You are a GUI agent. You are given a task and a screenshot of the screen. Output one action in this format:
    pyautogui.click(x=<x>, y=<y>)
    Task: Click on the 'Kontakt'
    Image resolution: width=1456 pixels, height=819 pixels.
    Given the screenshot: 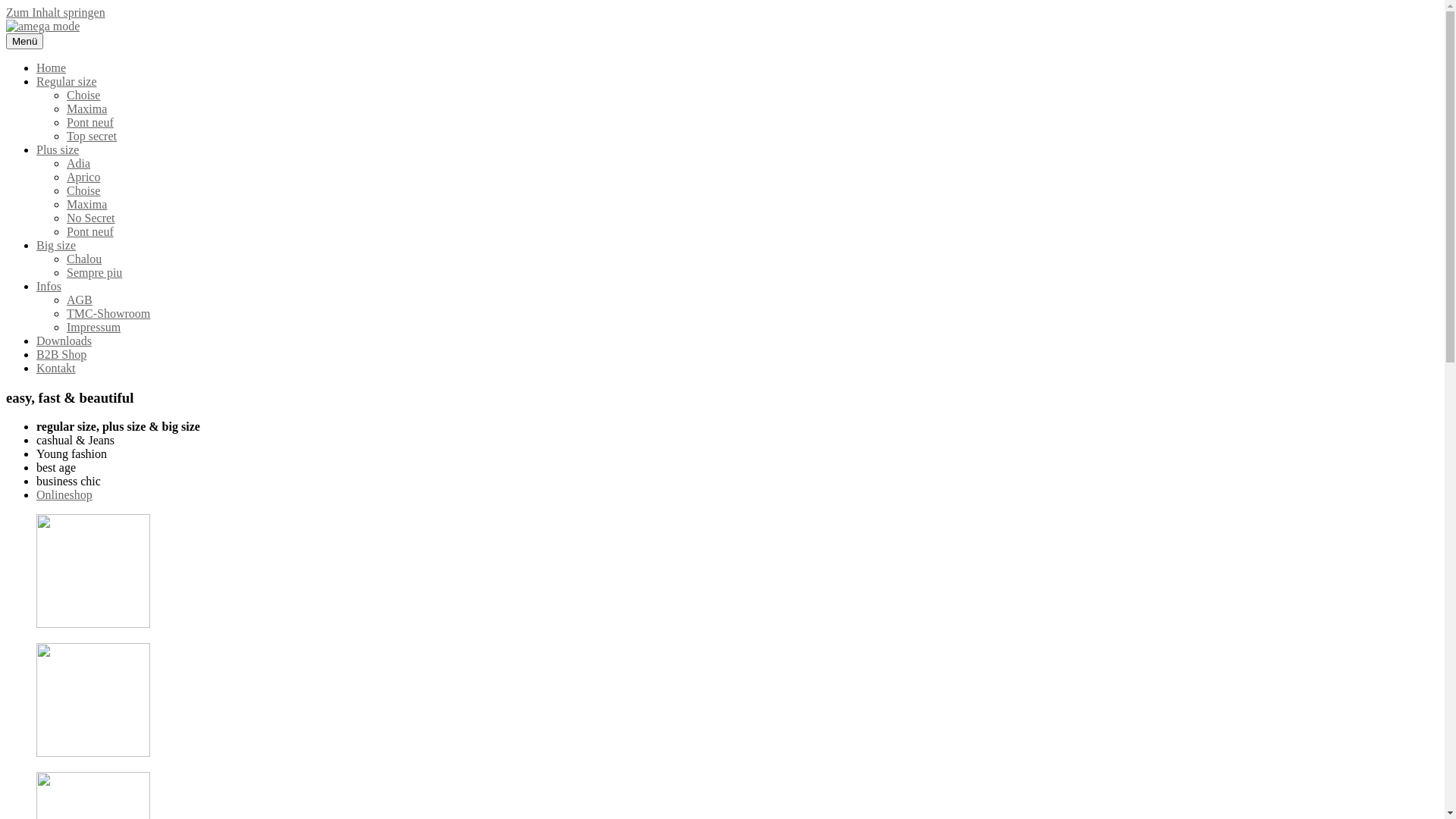 What is the action you would take?
    pyautogui.click(x=36, y=368)
    